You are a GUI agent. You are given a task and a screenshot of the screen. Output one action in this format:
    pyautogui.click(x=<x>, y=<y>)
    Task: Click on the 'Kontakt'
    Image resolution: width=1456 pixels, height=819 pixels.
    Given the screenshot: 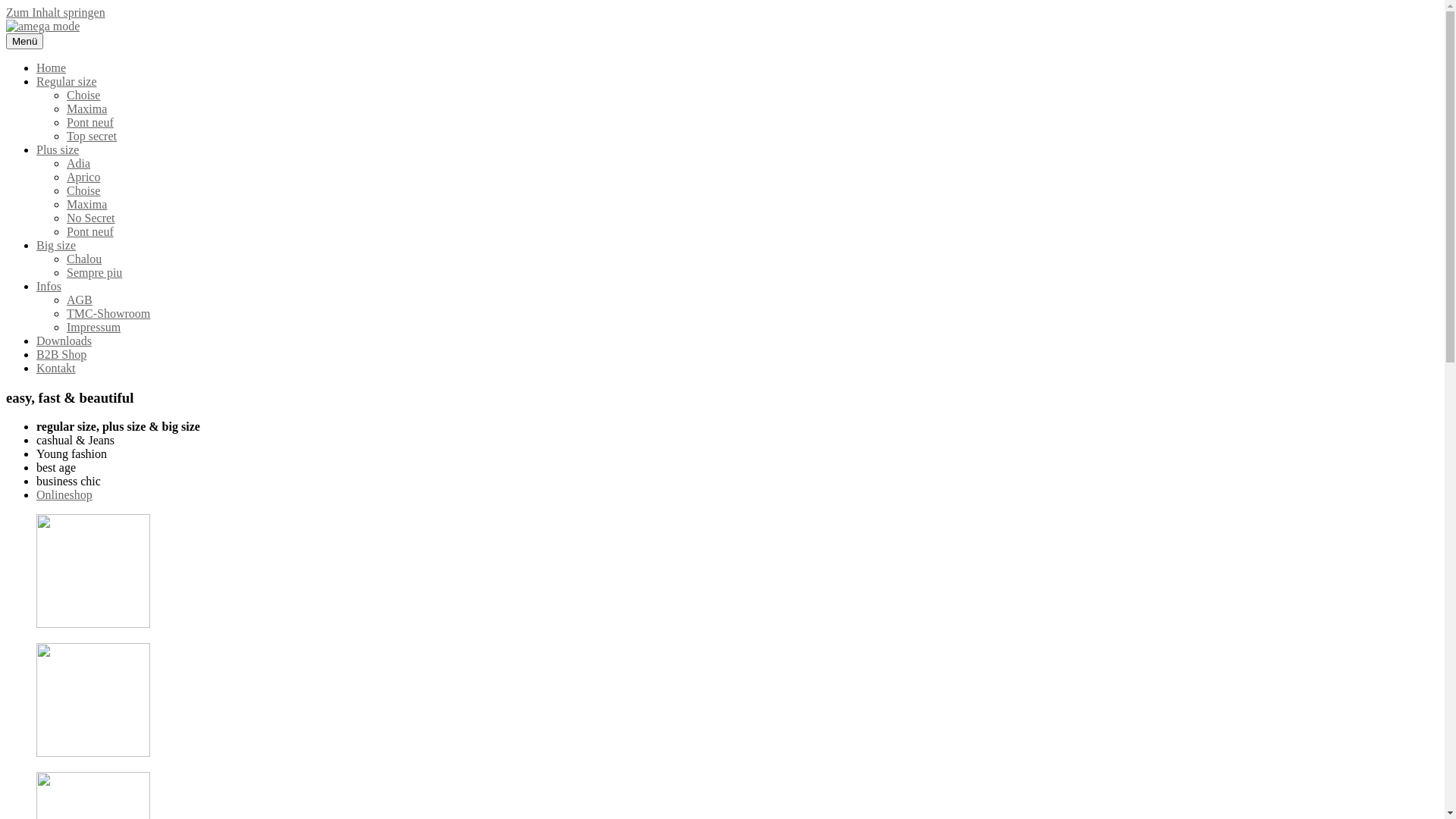 What is the action you would take?
    pyautogui.click(x=36, y=368)
    